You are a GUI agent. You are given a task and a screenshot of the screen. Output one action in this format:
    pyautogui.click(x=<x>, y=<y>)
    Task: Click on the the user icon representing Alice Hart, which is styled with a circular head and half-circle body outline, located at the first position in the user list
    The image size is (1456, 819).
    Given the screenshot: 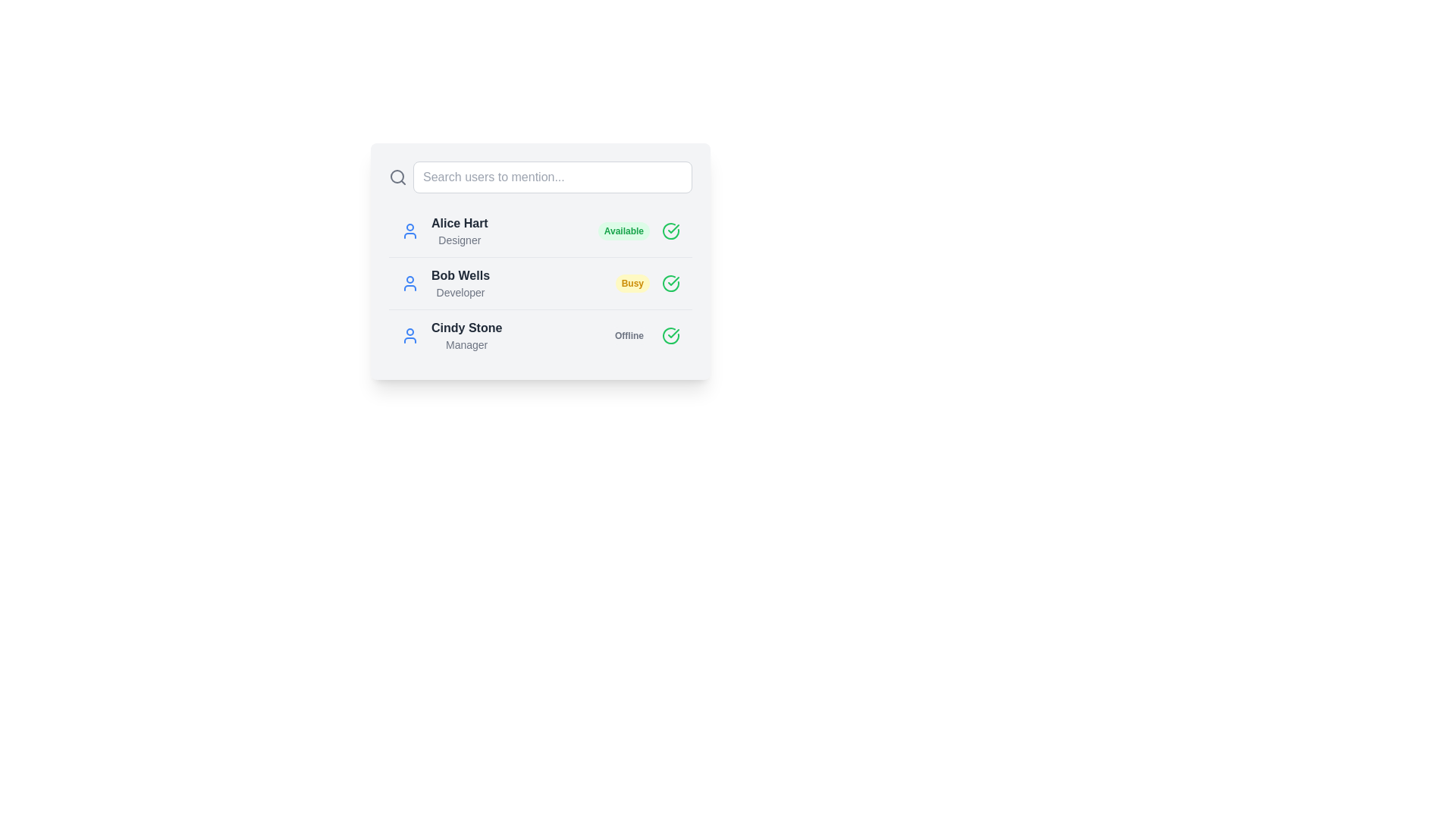 What is the action you would take?
    pyautogui.click(x=410, y=231)
    